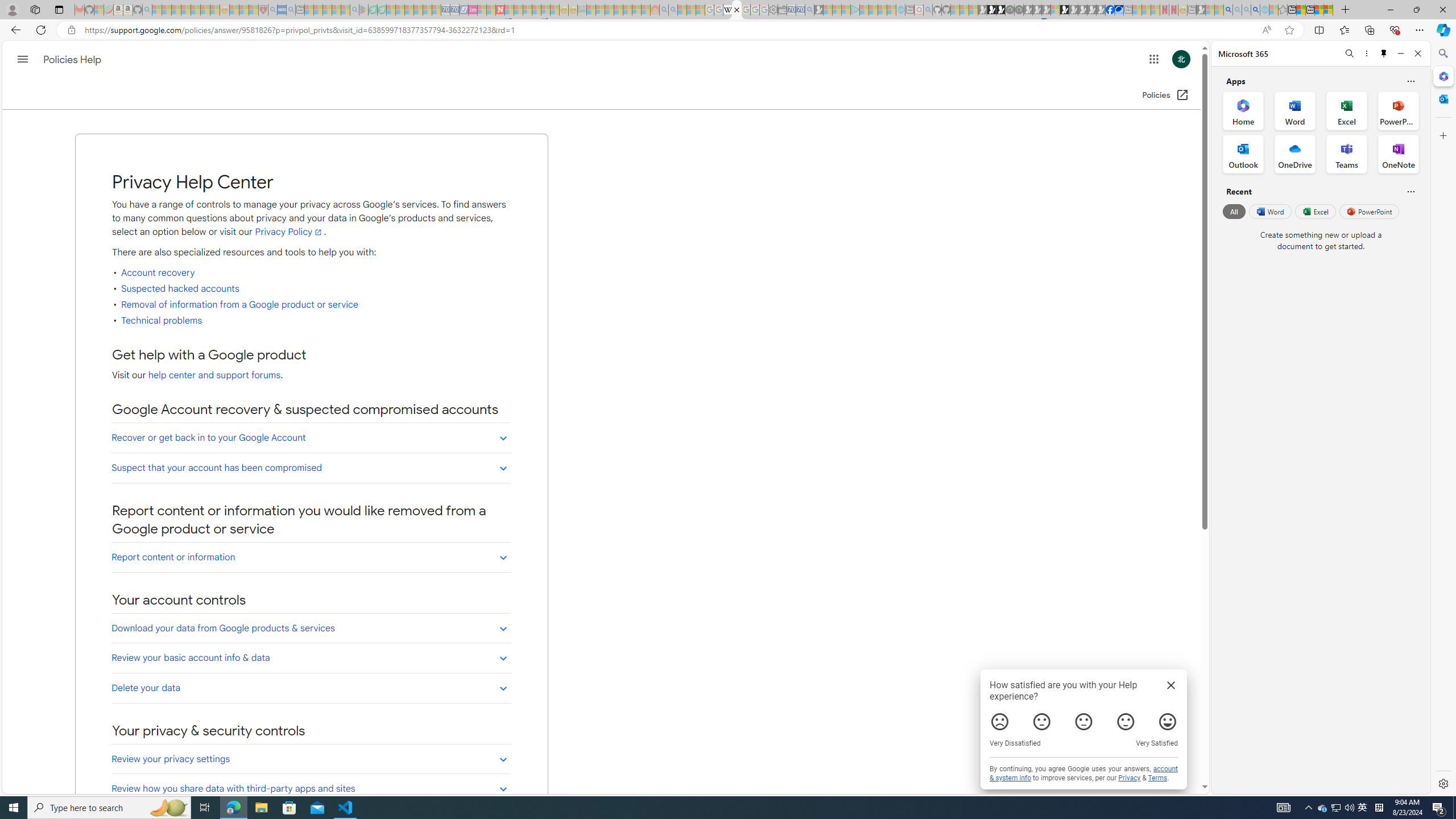 This screenshot has width=1456, height=819. What do you see at coordinates (1233, 211) in the screenshot?
I see `'All'` at bounding box center [1233, 211].